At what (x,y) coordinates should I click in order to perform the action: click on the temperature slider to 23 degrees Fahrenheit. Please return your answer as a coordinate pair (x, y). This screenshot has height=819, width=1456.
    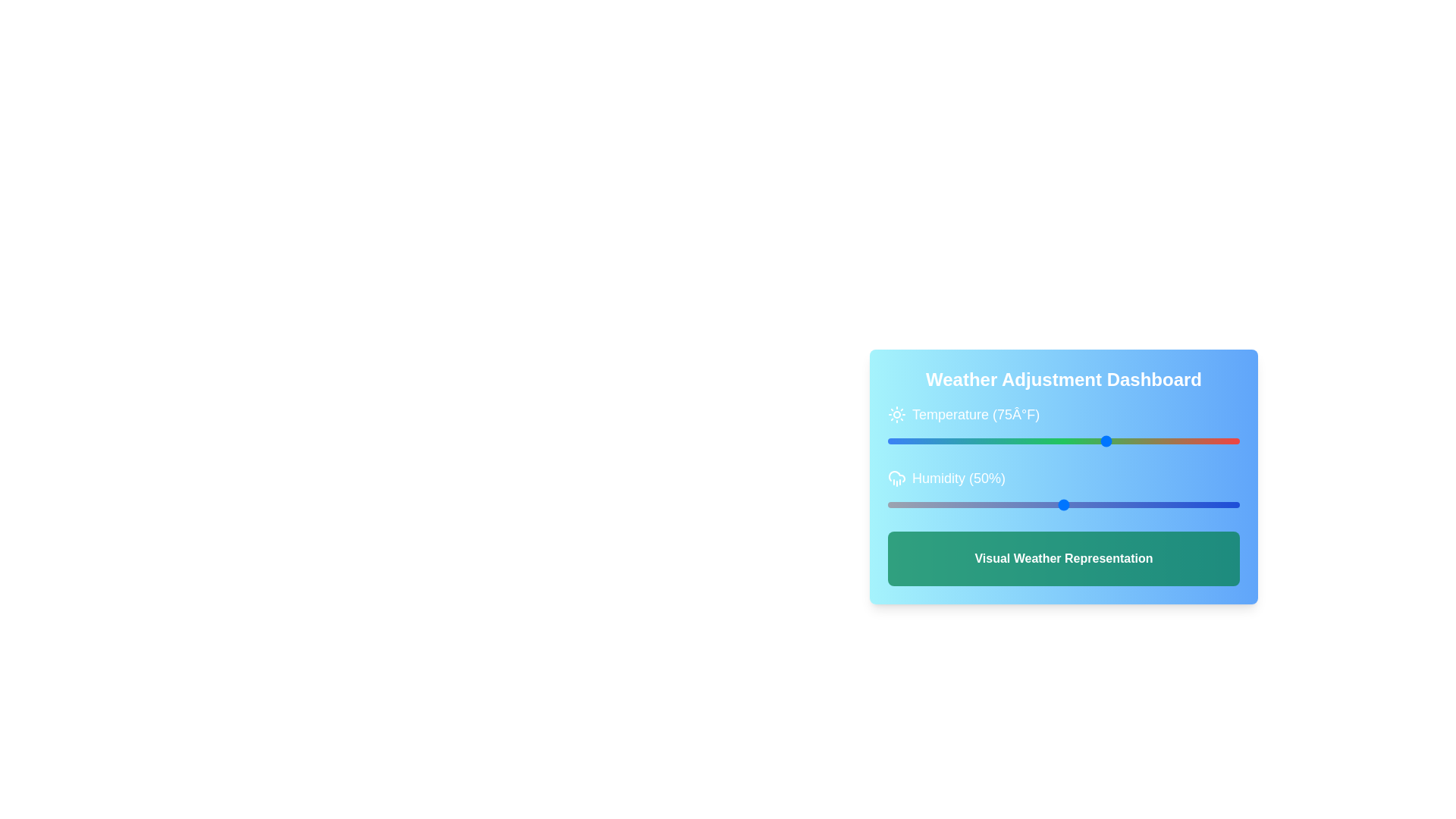
    Looking at the image, I should click on (1016, 441).